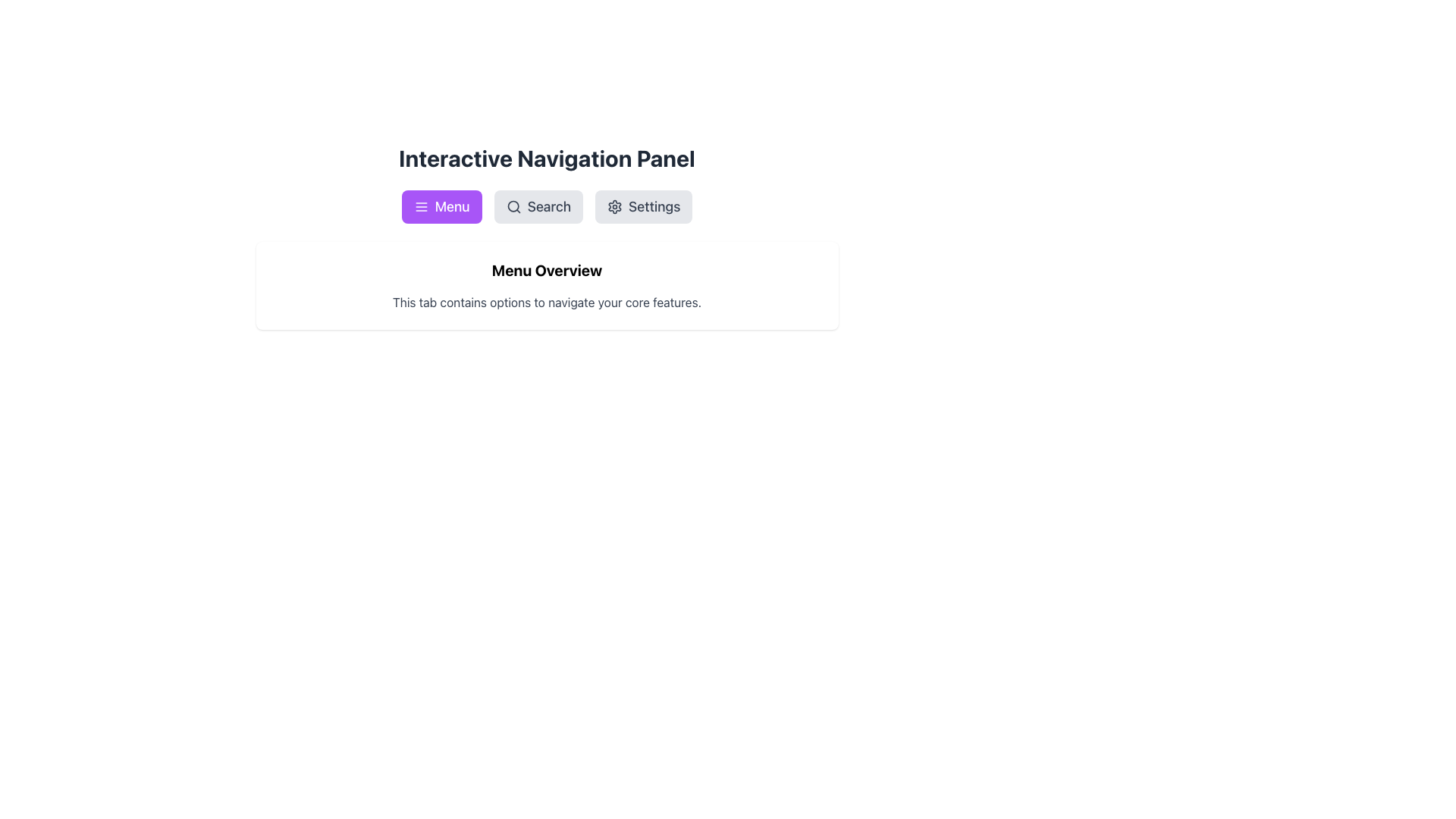 Image resolution: width=1456 pixels, height=819 pixels. I want to click on the SVG Icon representing the 'hamburger menu' located within the 'Menu' button, positioned to the left of the label text 'Menu', so click(421, 207).